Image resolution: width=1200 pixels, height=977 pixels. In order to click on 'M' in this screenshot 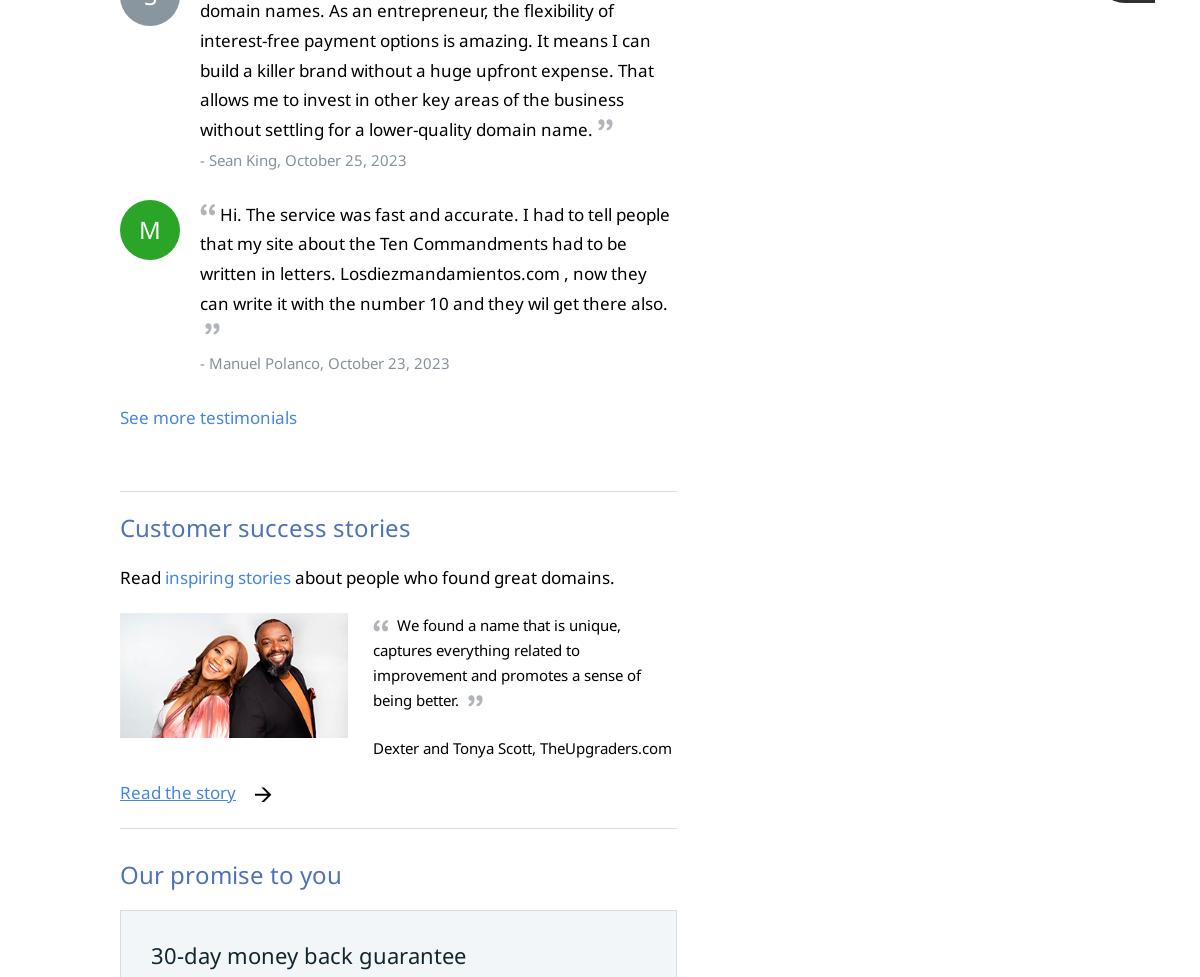, I will do `click(150, 227)`.